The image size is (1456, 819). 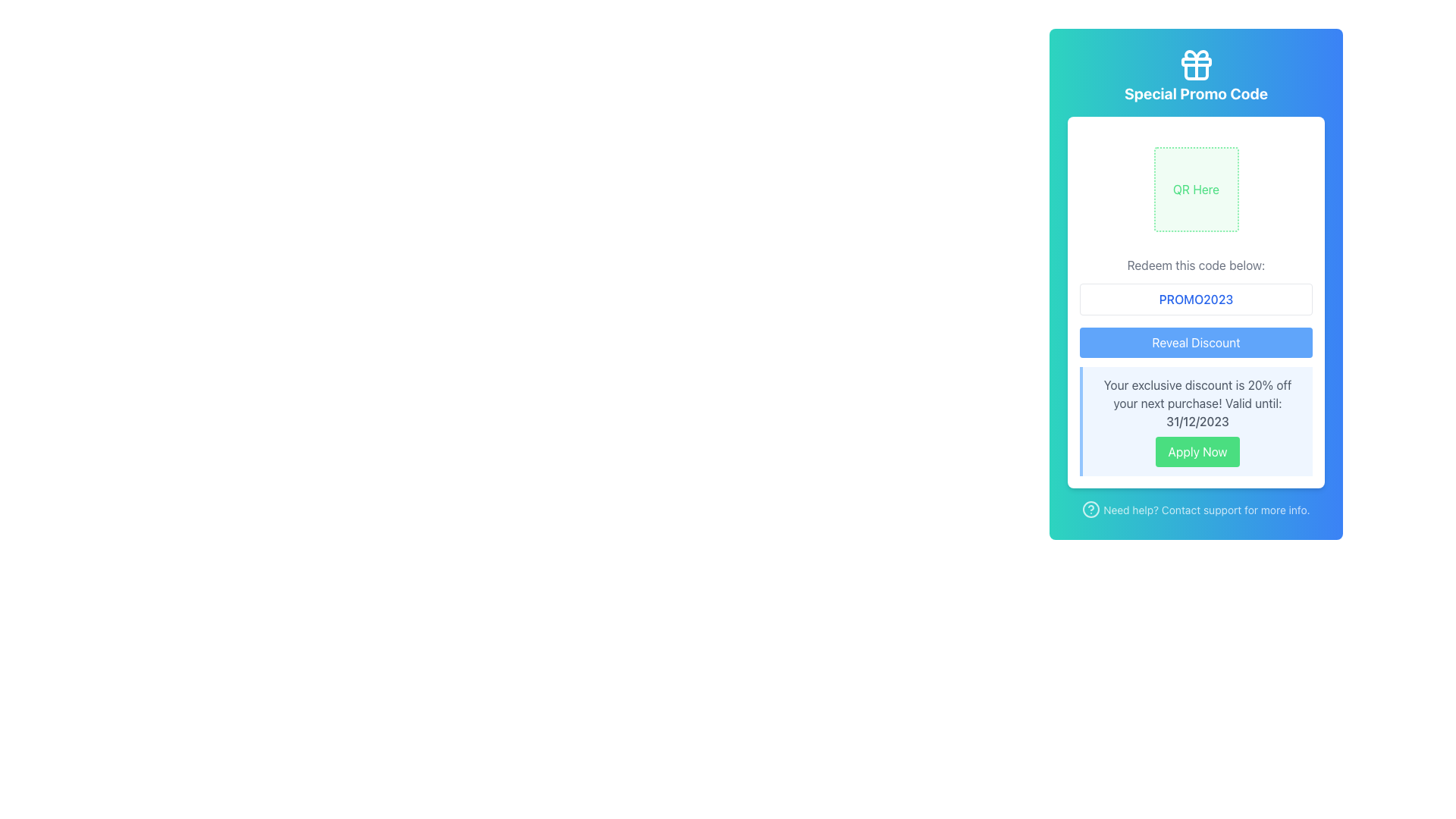 I want to click on the informational text with icon located at the bottom-center of the promotional offer card, so click(x=1195, y=511).